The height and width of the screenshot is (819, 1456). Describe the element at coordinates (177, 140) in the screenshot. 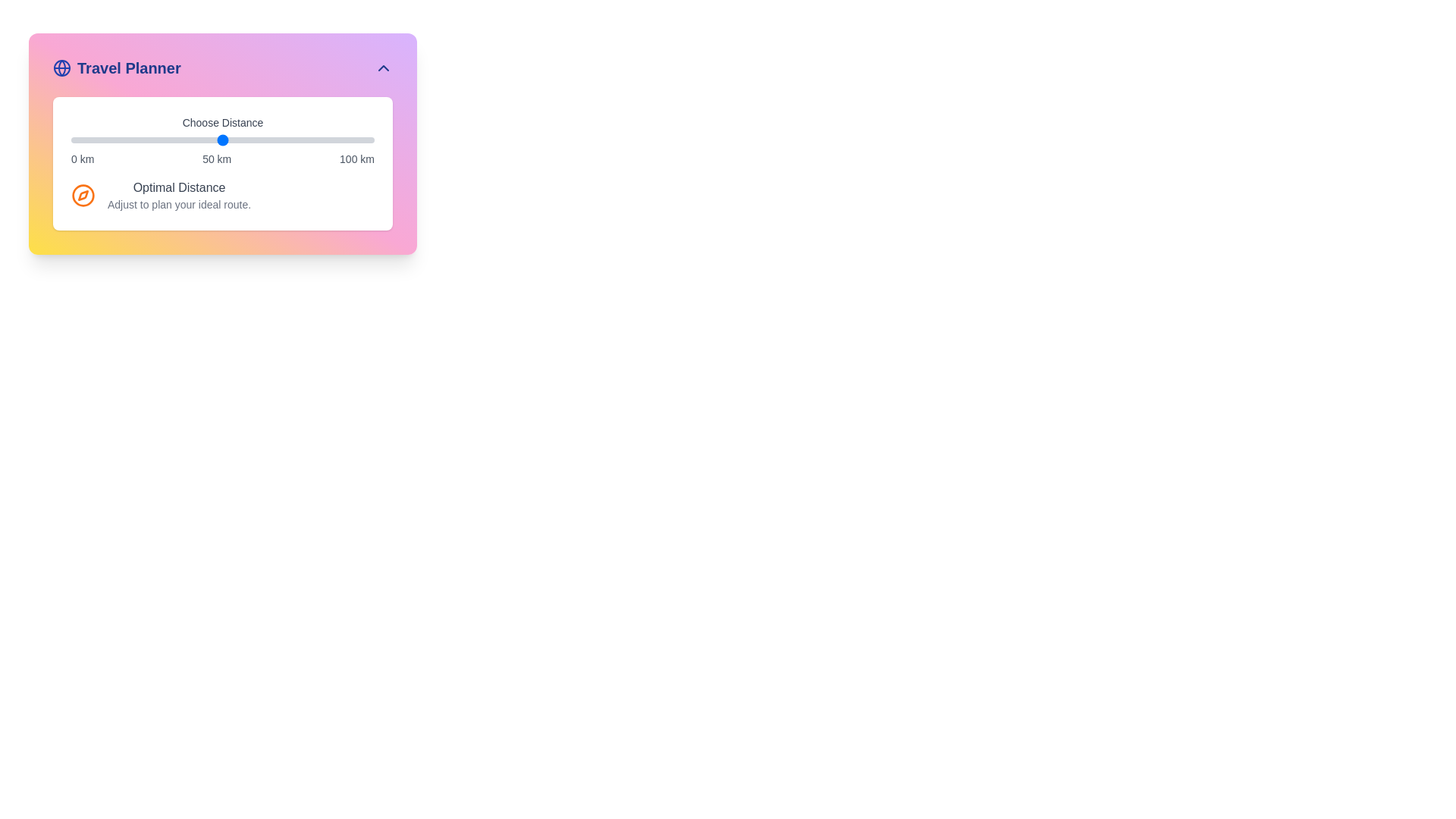

I see `the slider` at that location.